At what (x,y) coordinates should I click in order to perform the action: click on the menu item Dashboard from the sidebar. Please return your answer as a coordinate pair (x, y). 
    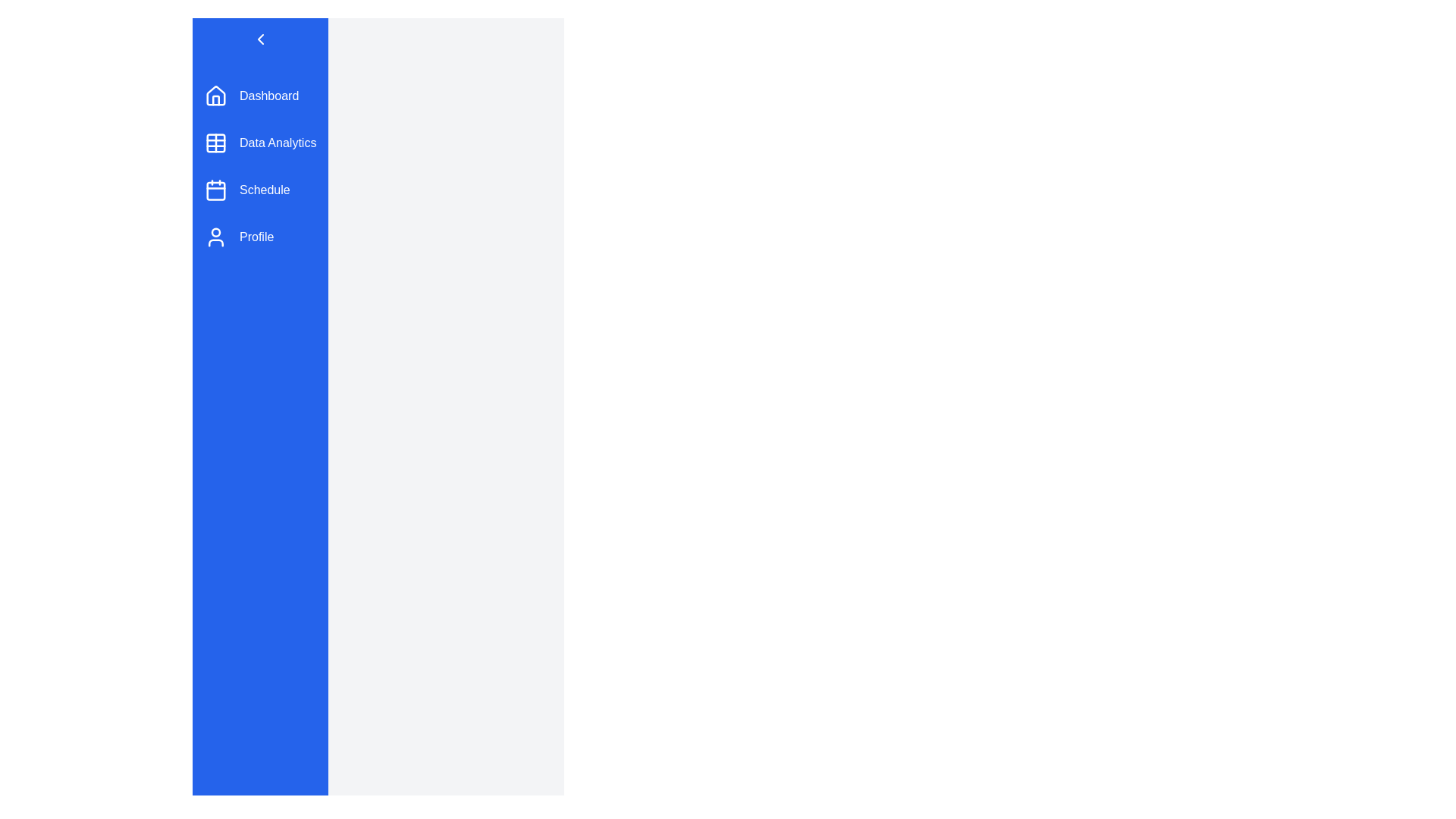
    Looking at the image, I should click on (260, 96).